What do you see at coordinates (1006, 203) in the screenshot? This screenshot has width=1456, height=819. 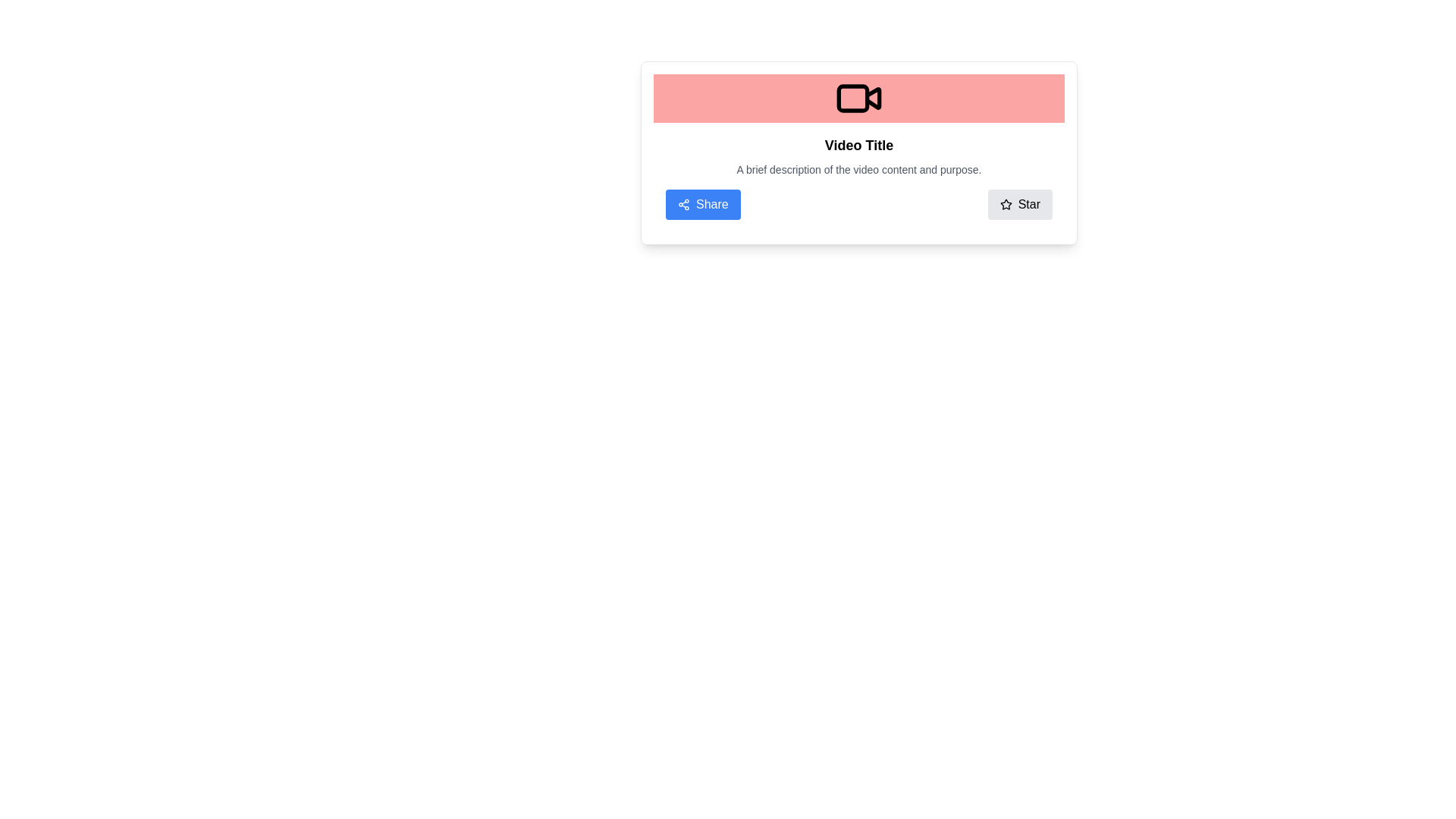 I see `the star icon within the 'Star' button located in the bottom-right corner of the card` at bounding box center [1006, 203].